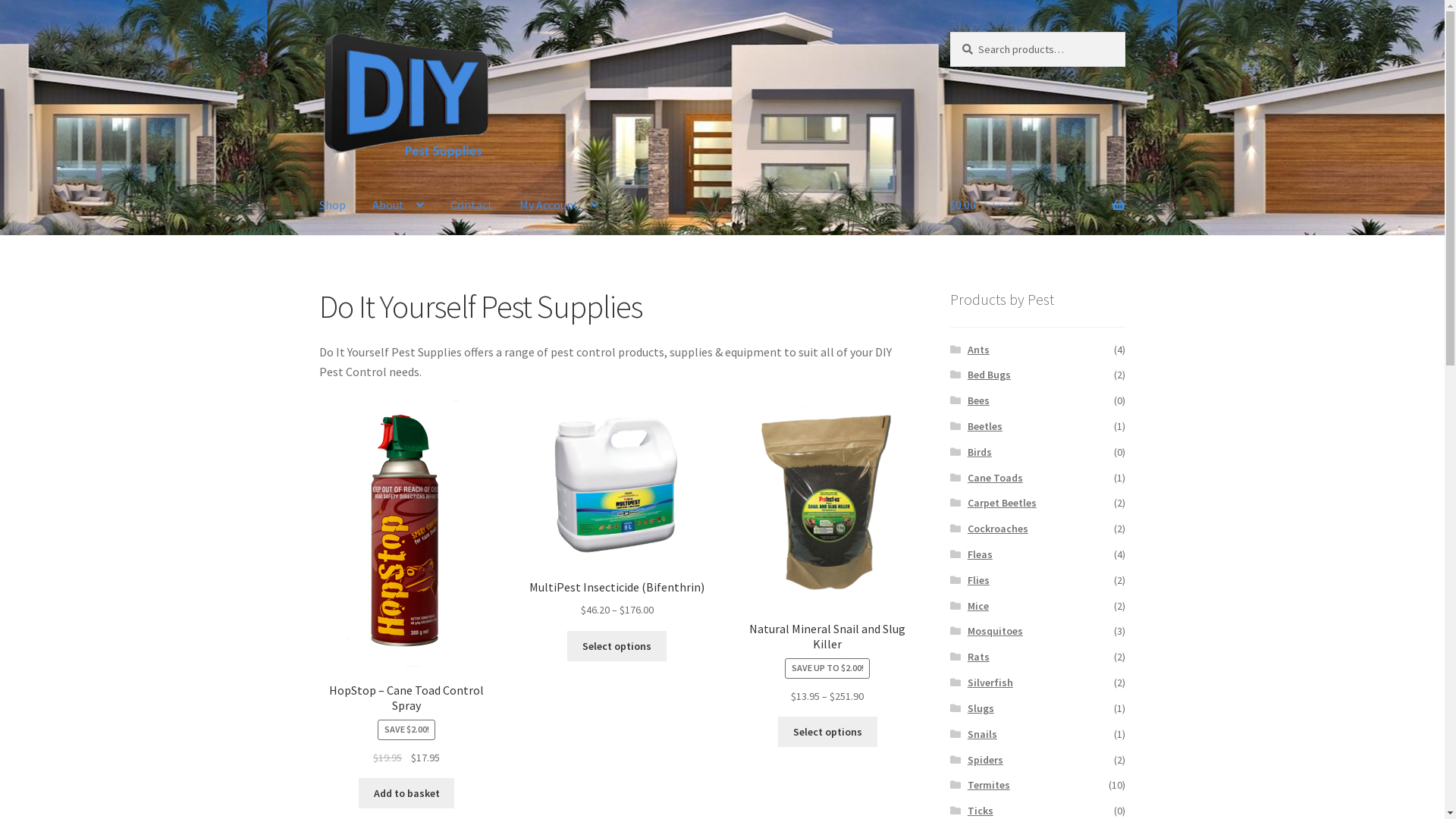 This screenshot has height=819, width=1456. Describe the element at coordinates (967, 708) in the screenshot. I see `'Slugs'` at that location.